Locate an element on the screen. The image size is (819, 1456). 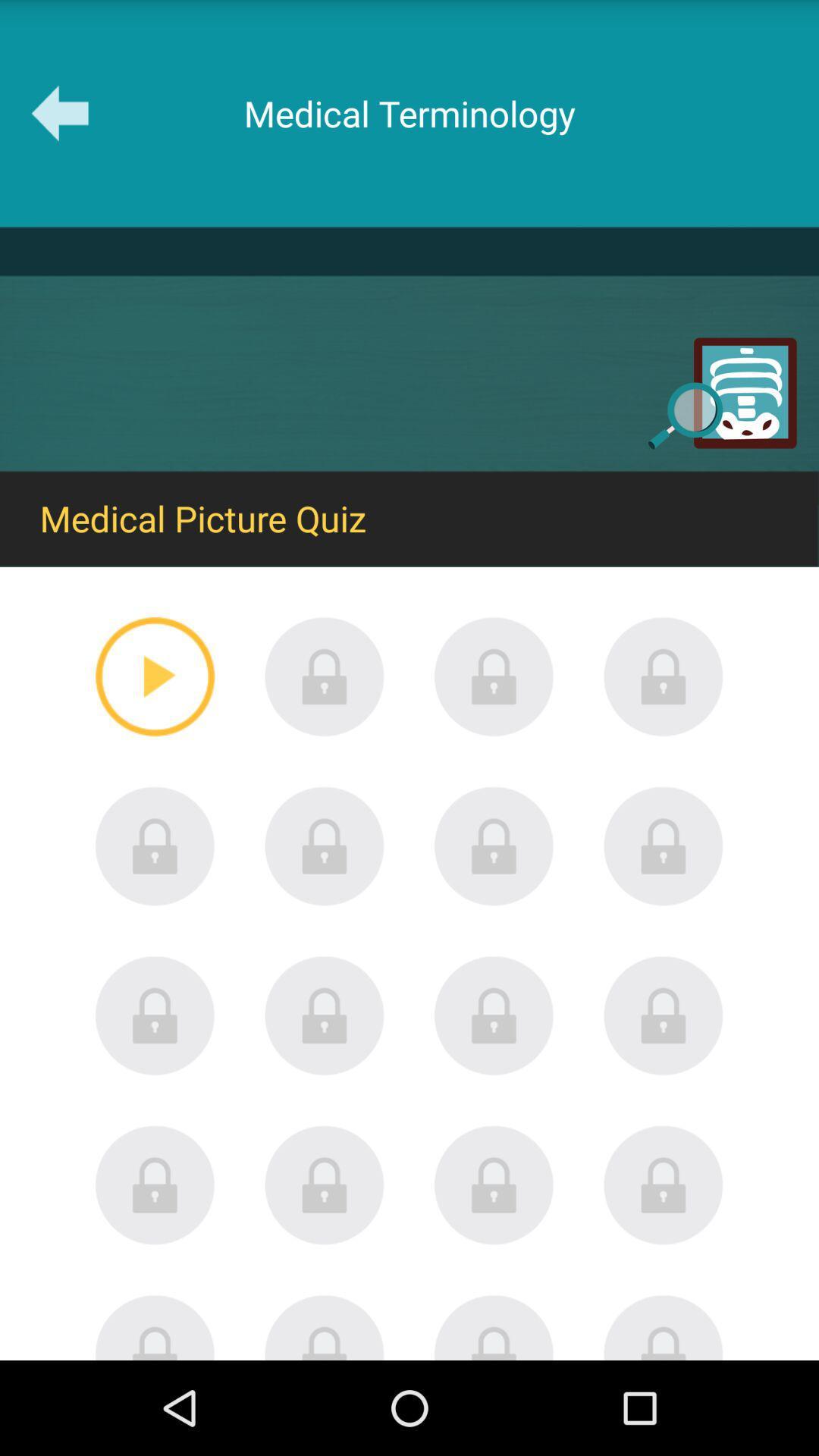
not accessible is located at coordinates (324, 676).